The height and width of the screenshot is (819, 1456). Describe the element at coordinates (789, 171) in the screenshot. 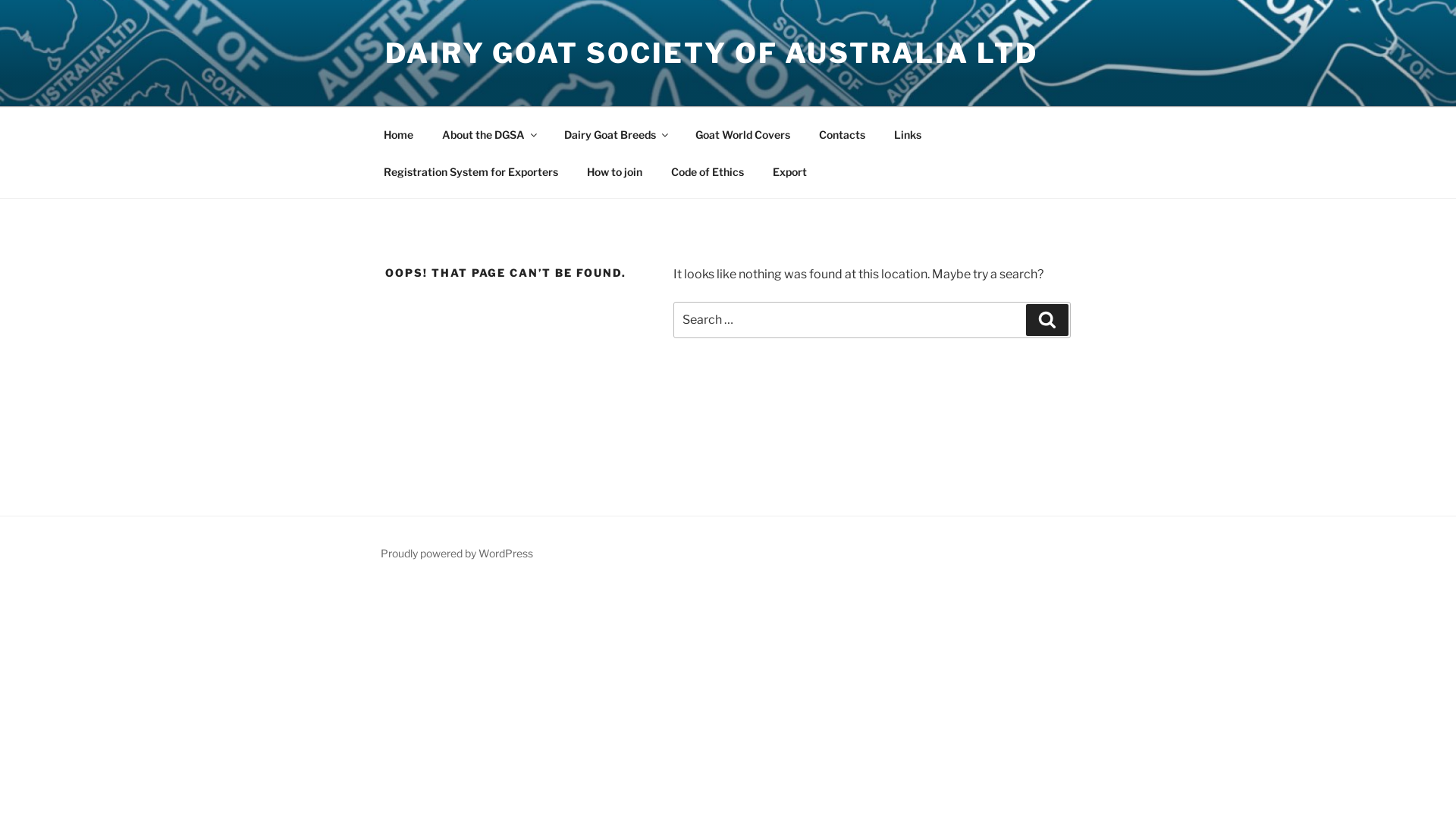

I see `'Export'` at that location.